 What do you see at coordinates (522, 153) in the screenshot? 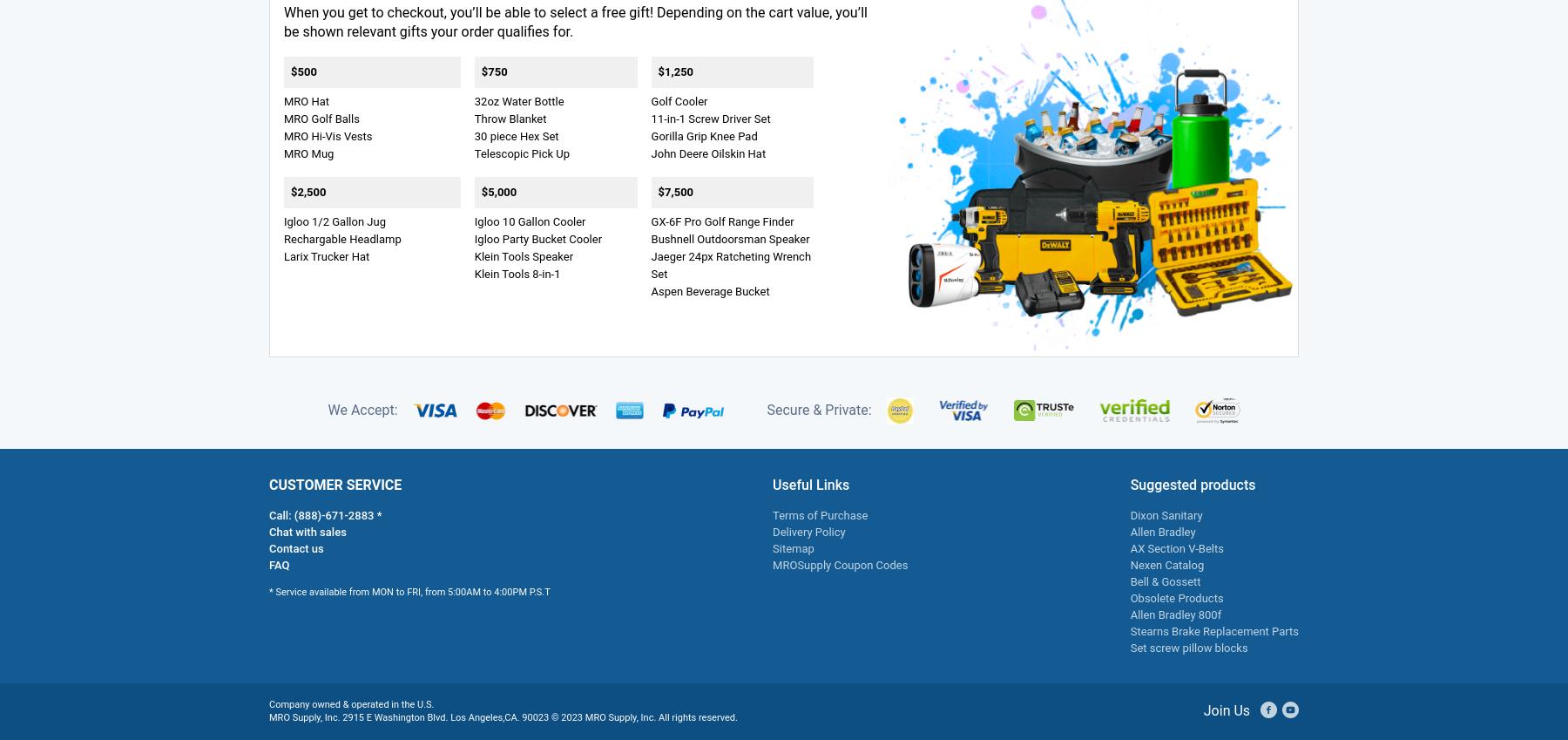
I see `'Telescopic Pick Up'` at bounding box center [522, 153].